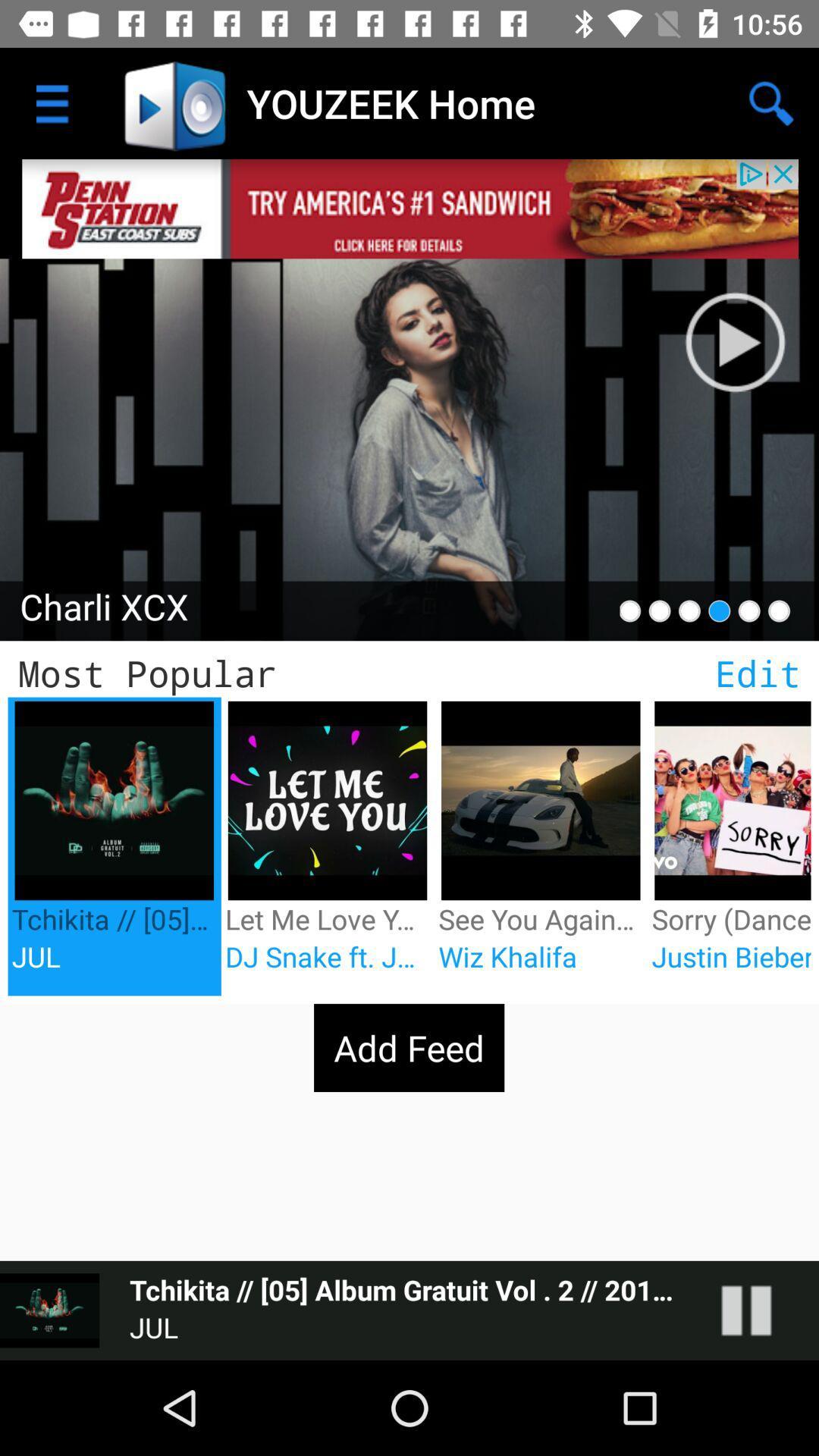  Describe the element at coordinates (761, 1310) in the screenshot. I see `for play option` at that location.